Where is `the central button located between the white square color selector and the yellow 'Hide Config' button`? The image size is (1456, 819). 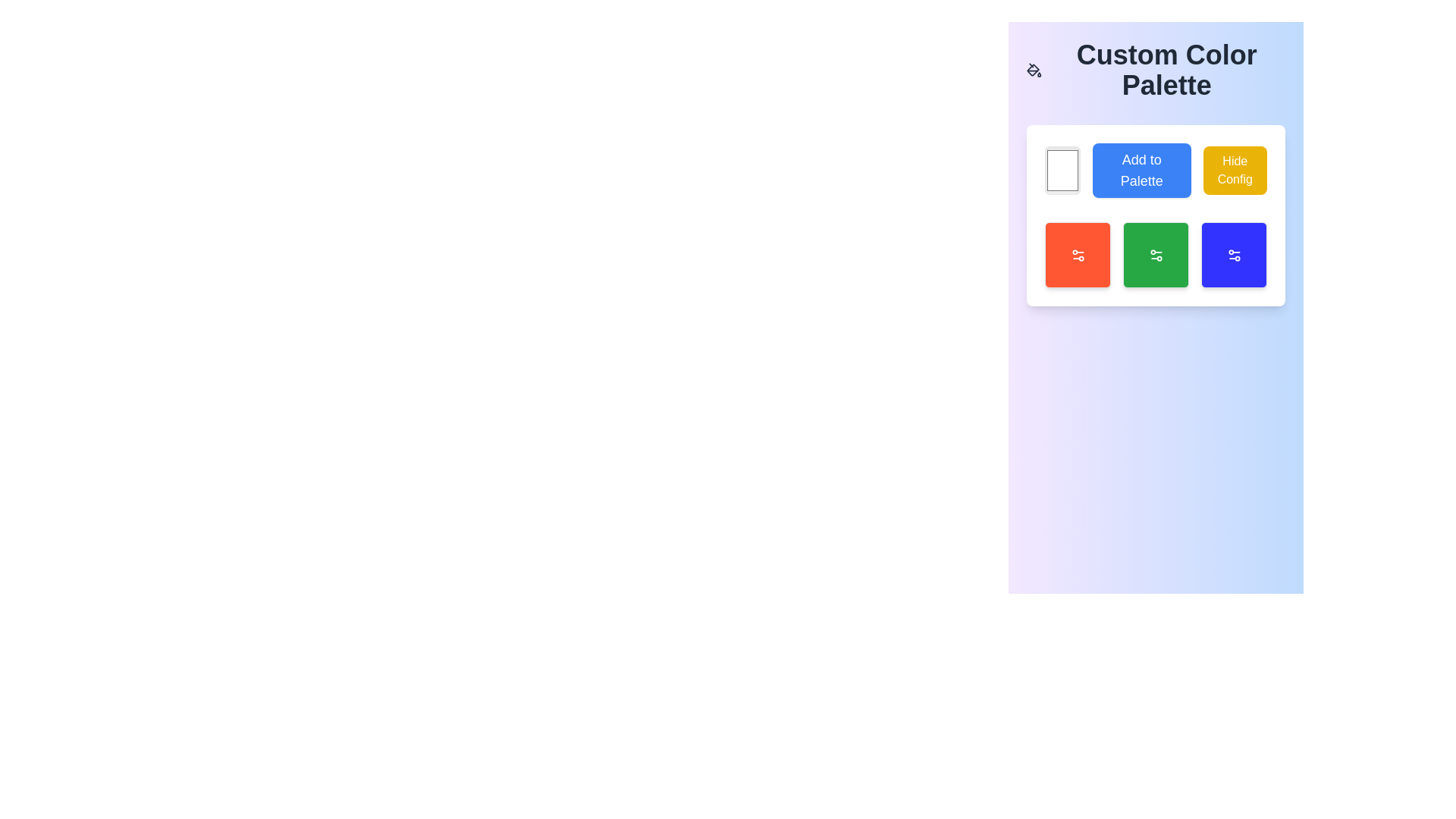
the central button located between the white square color selector and the yellow 'Hide Config' button is located at coordinates (1141, 170).